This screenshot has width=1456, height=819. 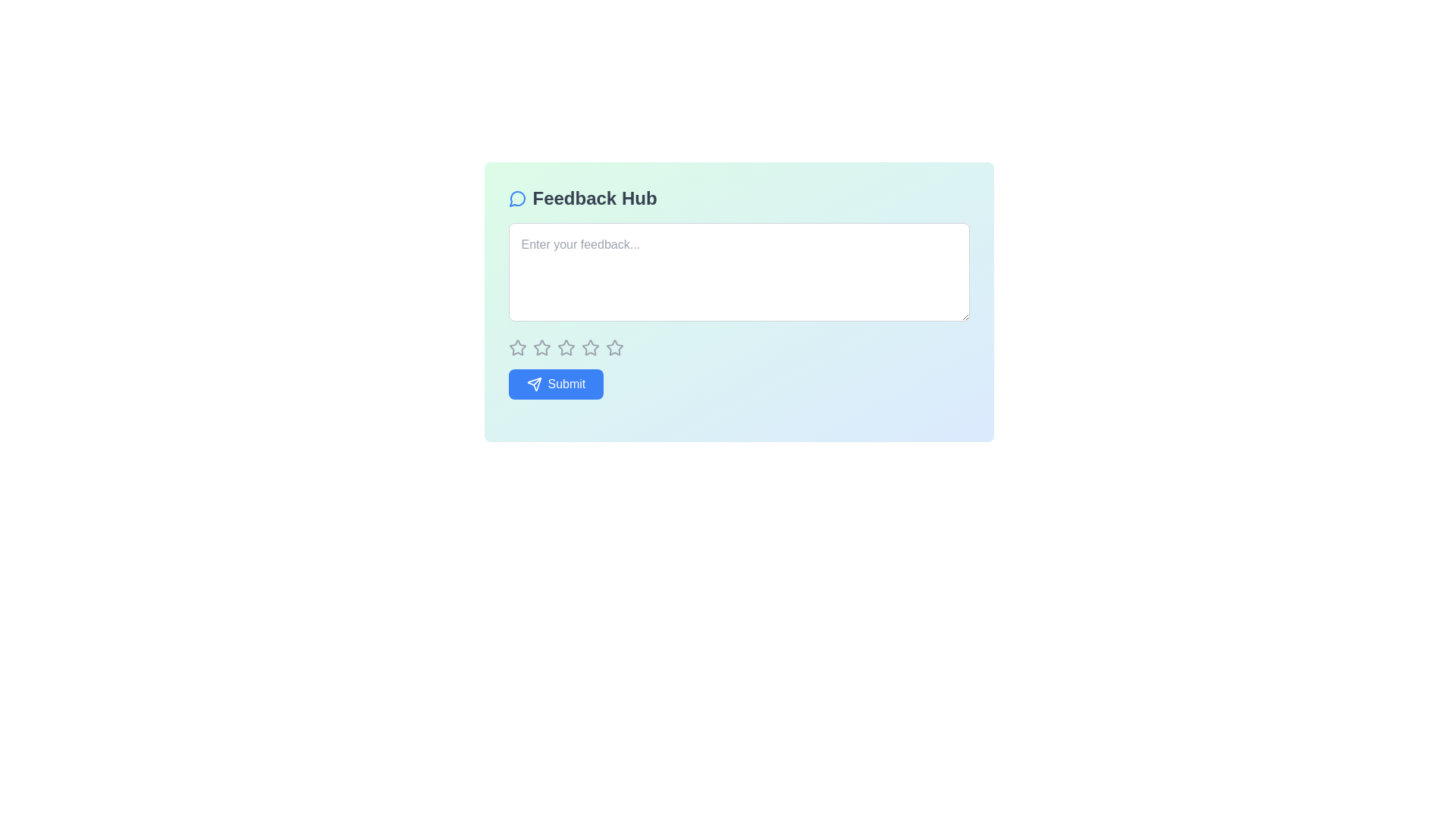 What do you see at coordinates (614, 347) in the screenshot?
I see `the fourth star` at bounding box center [614, 347].